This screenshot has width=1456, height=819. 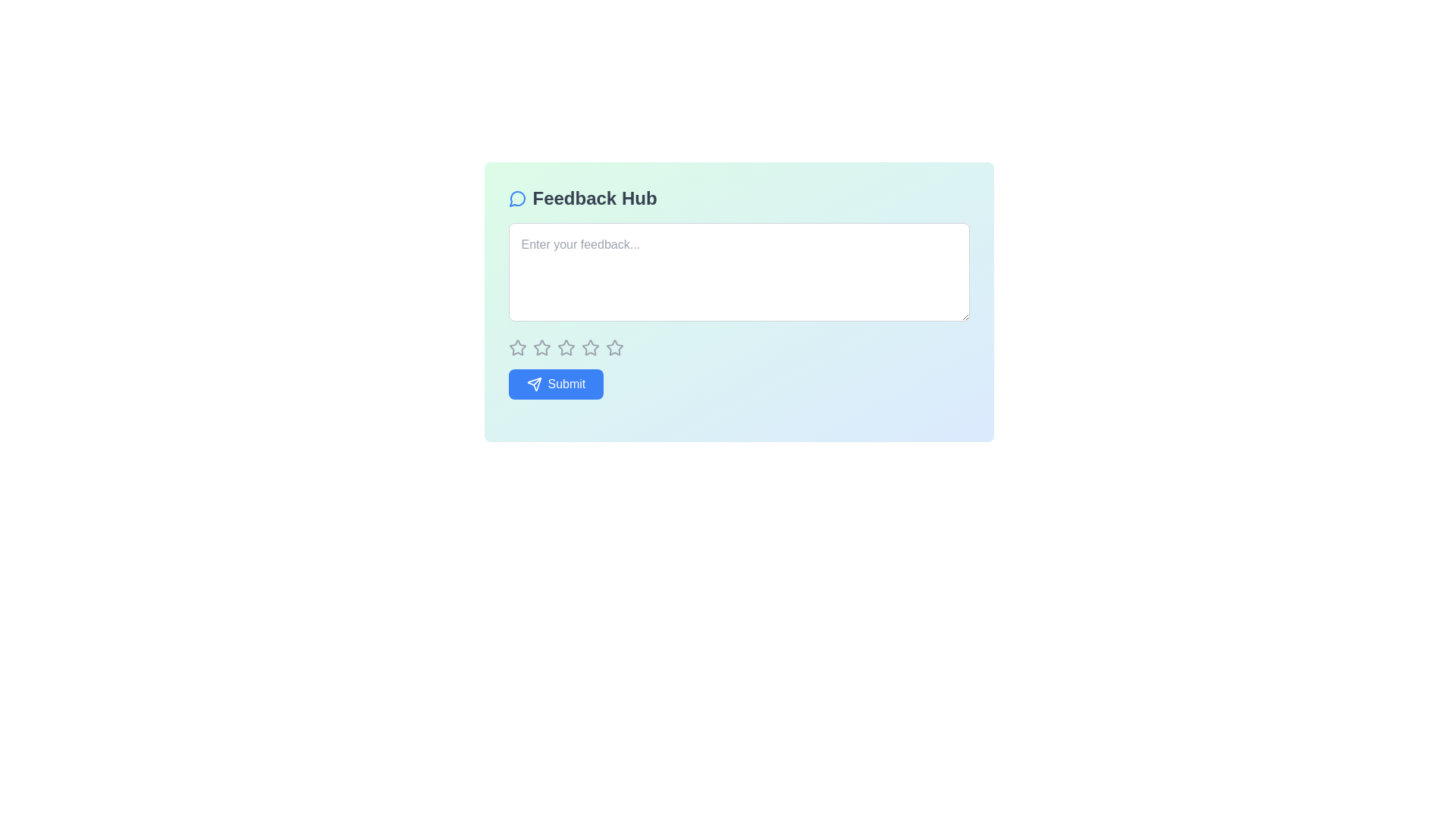 What do you see at coordinates (614, 347) in the screenshot?
I see `the fourth star` at bounding box center [614, 347].